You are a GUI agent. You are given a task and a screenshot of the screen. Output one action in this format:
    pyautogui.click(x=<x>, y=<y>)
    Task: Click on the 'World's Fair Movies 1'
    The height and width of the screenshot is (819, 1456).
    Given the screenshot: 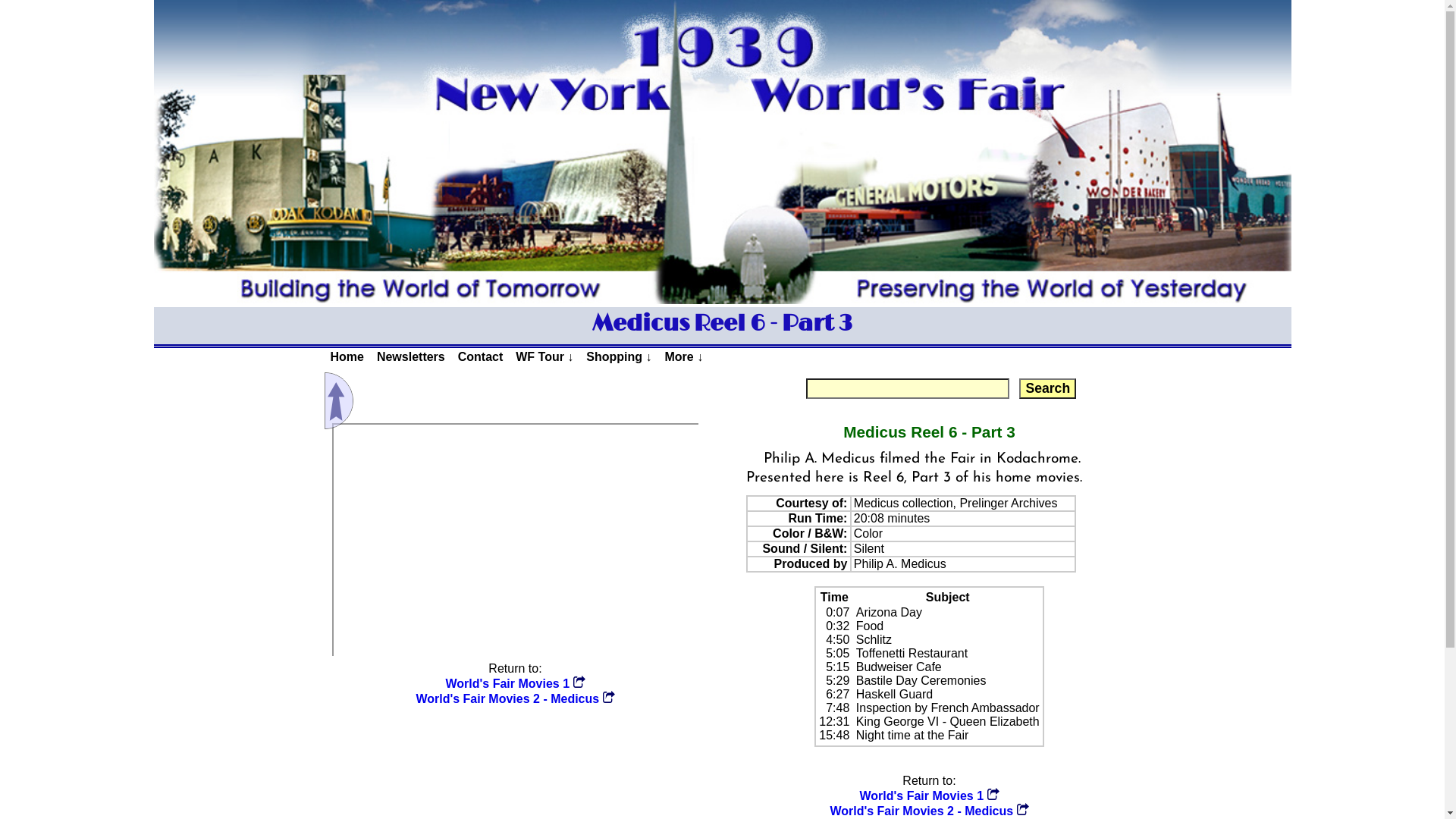 What is the action you would take?
    pyautogui.click(x=516, y=683)
    